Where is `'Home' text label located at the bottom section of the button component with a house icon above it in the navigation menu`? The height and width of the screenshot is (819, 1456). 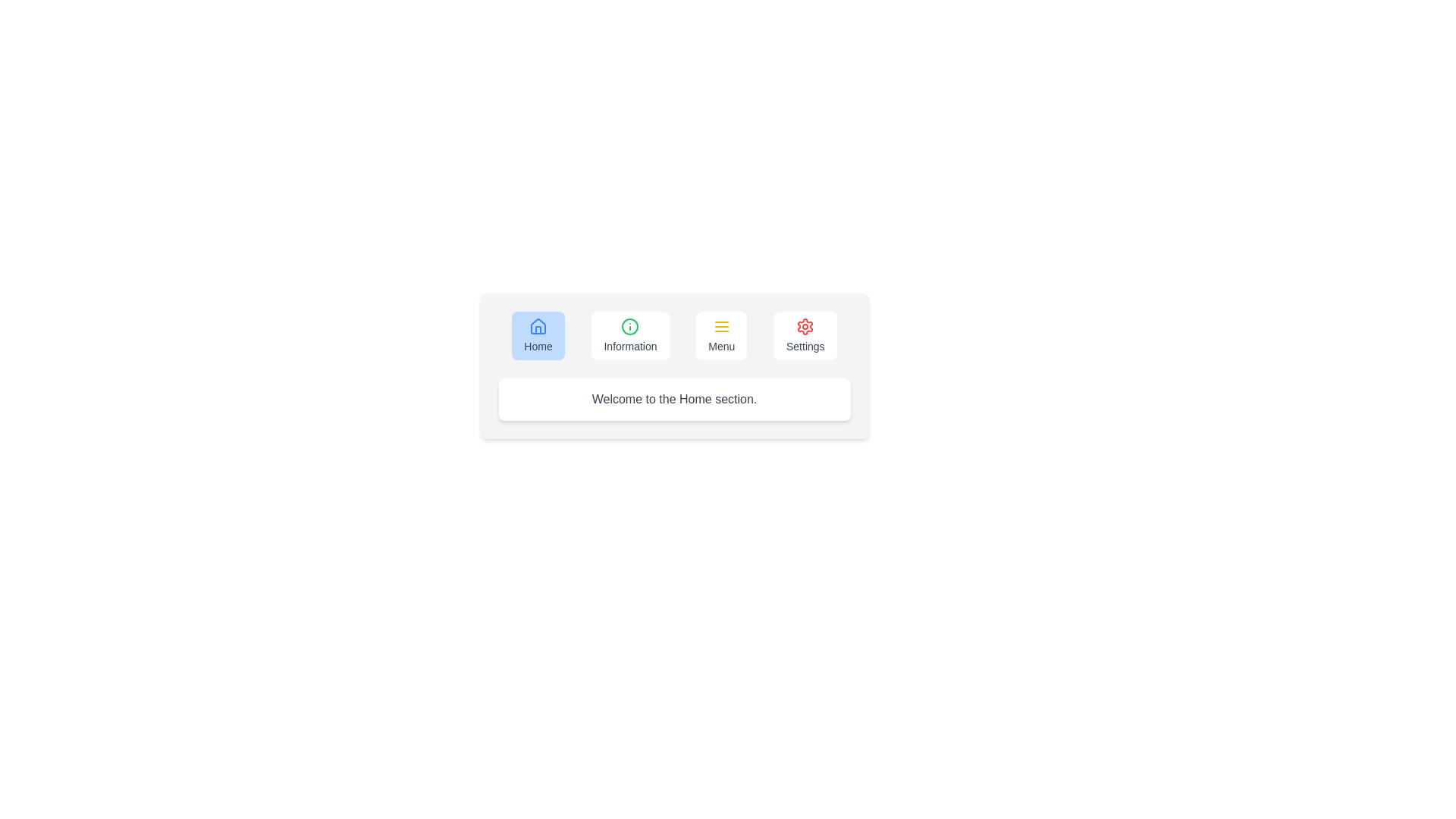
'Home' text label located at the bottom section of the button component with a house icon above it in the navigation menu is located at coordinates (538, 346).